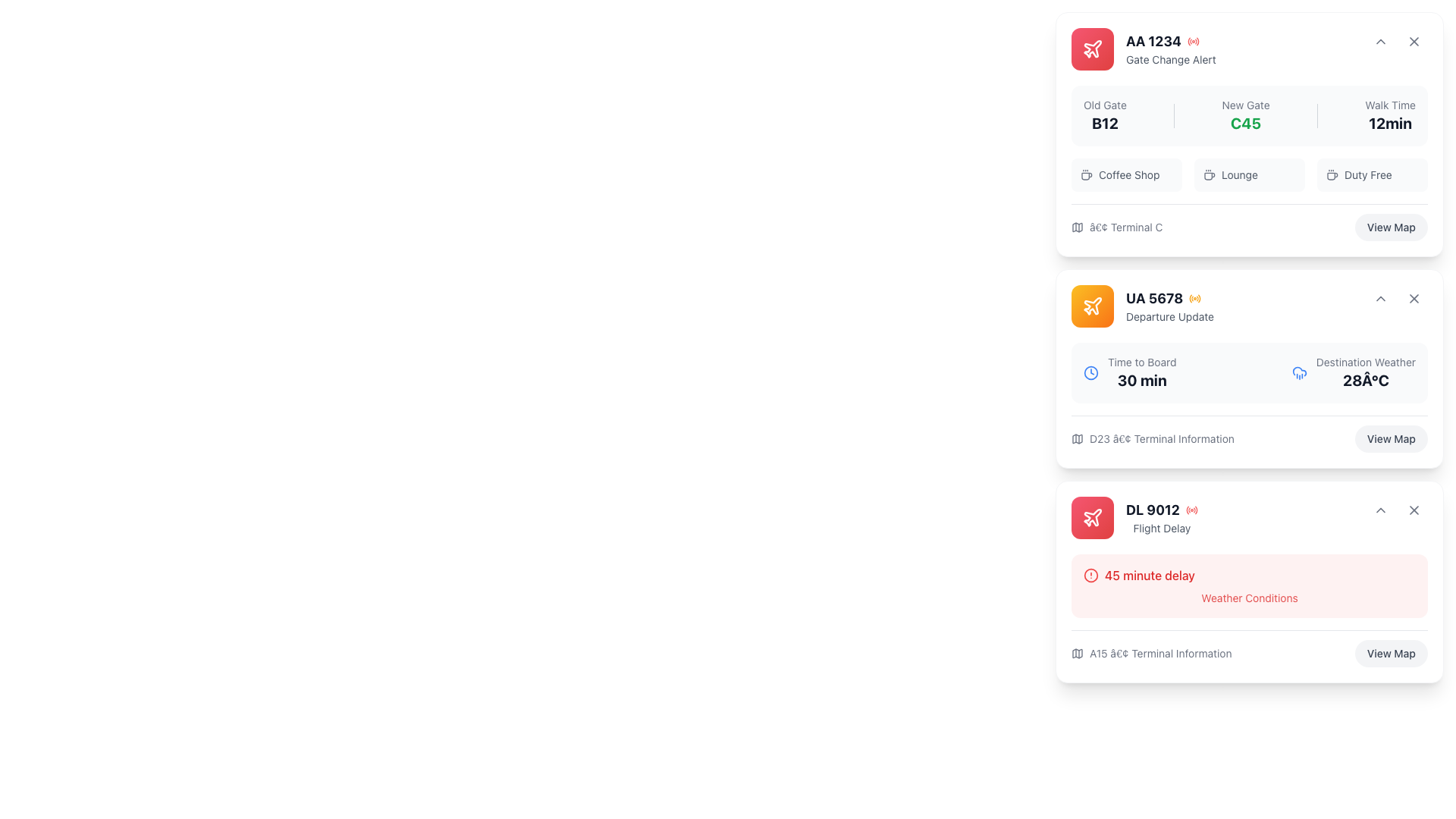 The width and height of the screenshot is (1456, 819). Describe the element at coordinates (1076, 652) in the screenshot. I see `the dark gray SVG map icon located to the left of the text label 'A15 • Terminal Information' for additional terminal information` at that location.